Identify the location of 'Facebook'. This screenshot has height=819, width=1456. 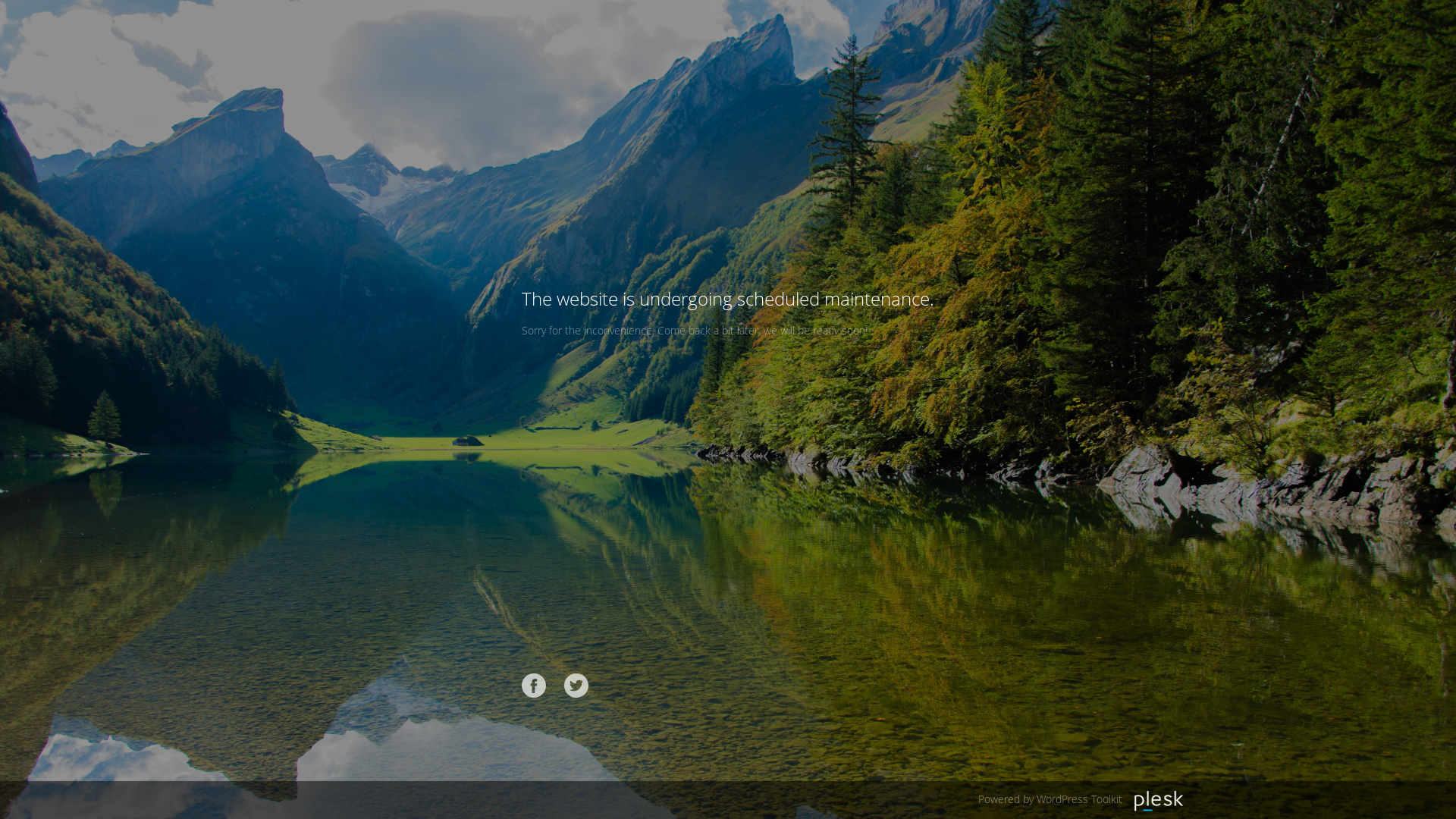
(534, 685).